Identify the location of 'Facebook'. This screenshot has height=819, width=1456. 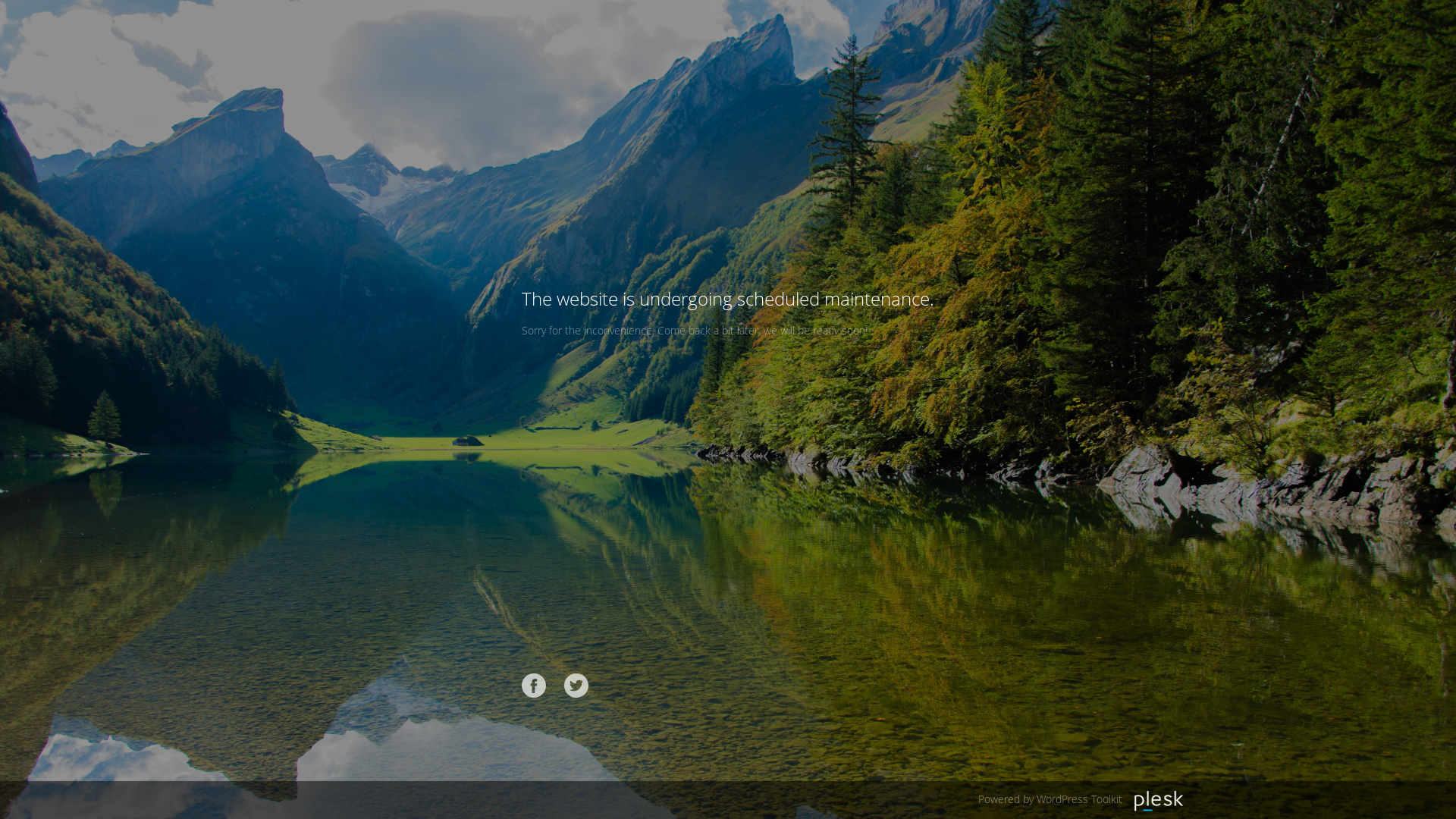
(534, 685).